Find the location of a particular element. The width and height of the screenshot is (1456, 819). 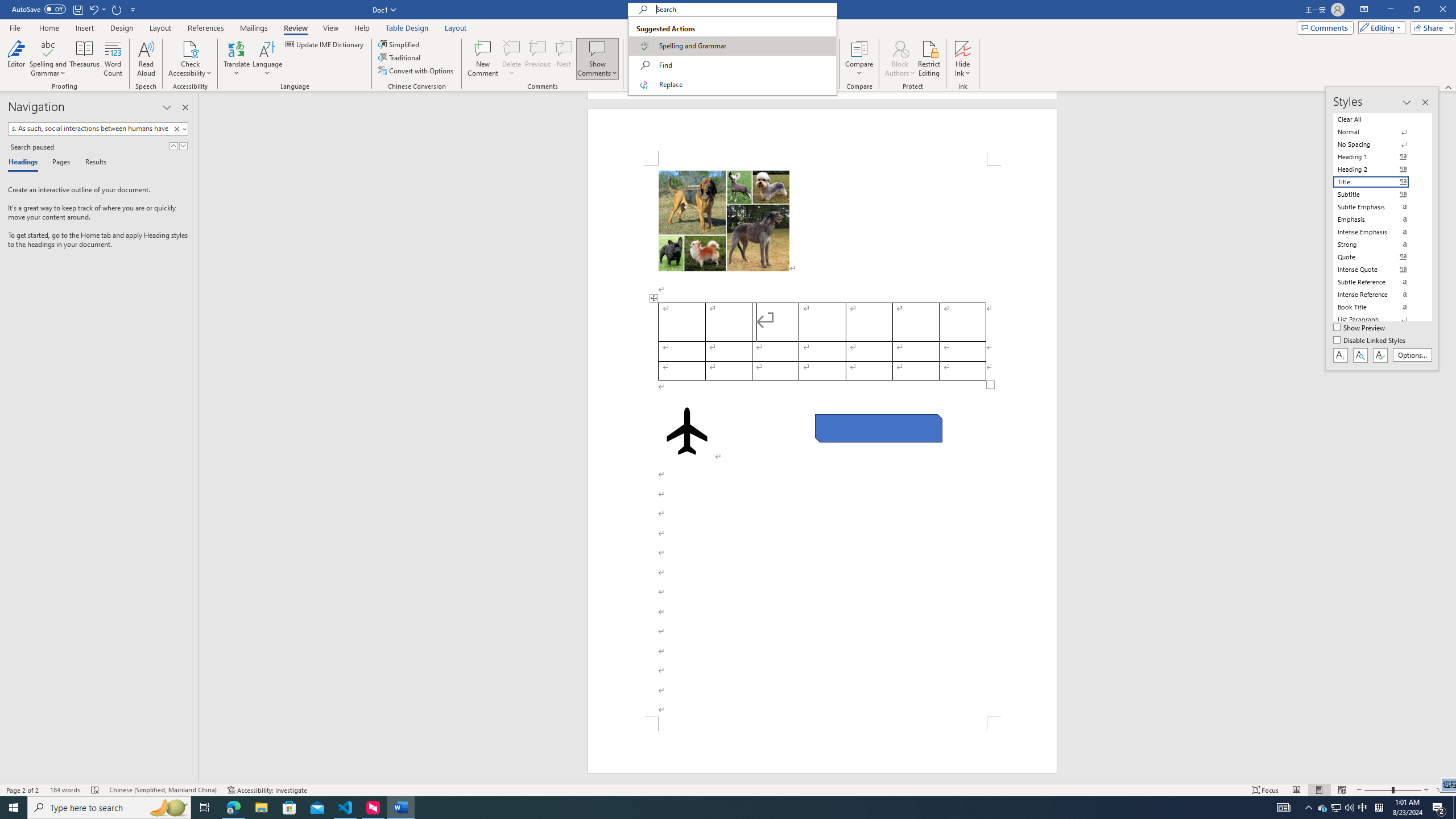

'Page 2 content' is located at coordinates (822, 440).